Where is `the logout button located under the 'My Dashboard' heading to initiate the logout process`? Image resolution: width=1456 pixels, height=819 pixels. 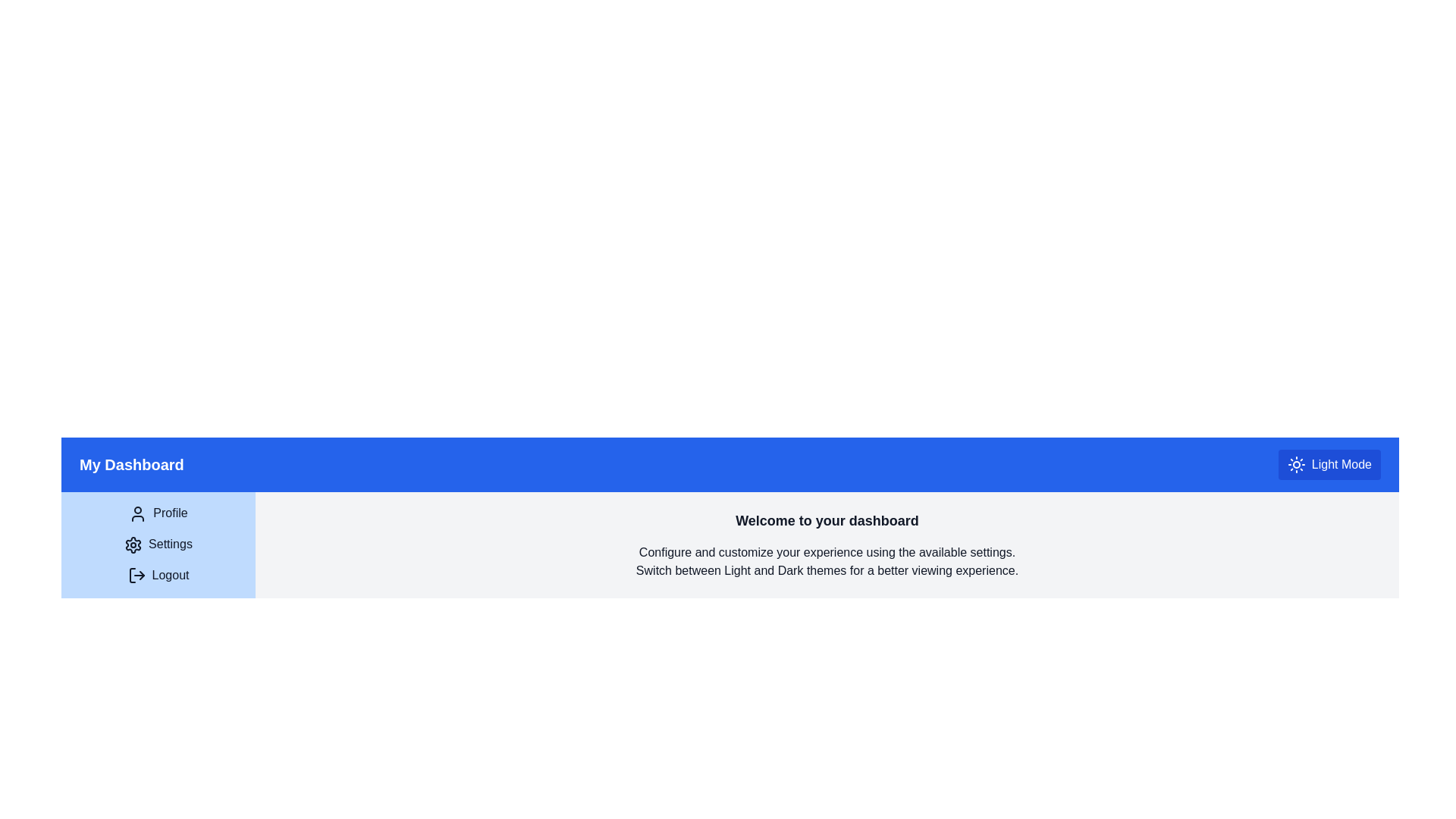 the logout button located under the 'My Dashboard' heading to initiate the logout process is located at coordinates (158, 575).